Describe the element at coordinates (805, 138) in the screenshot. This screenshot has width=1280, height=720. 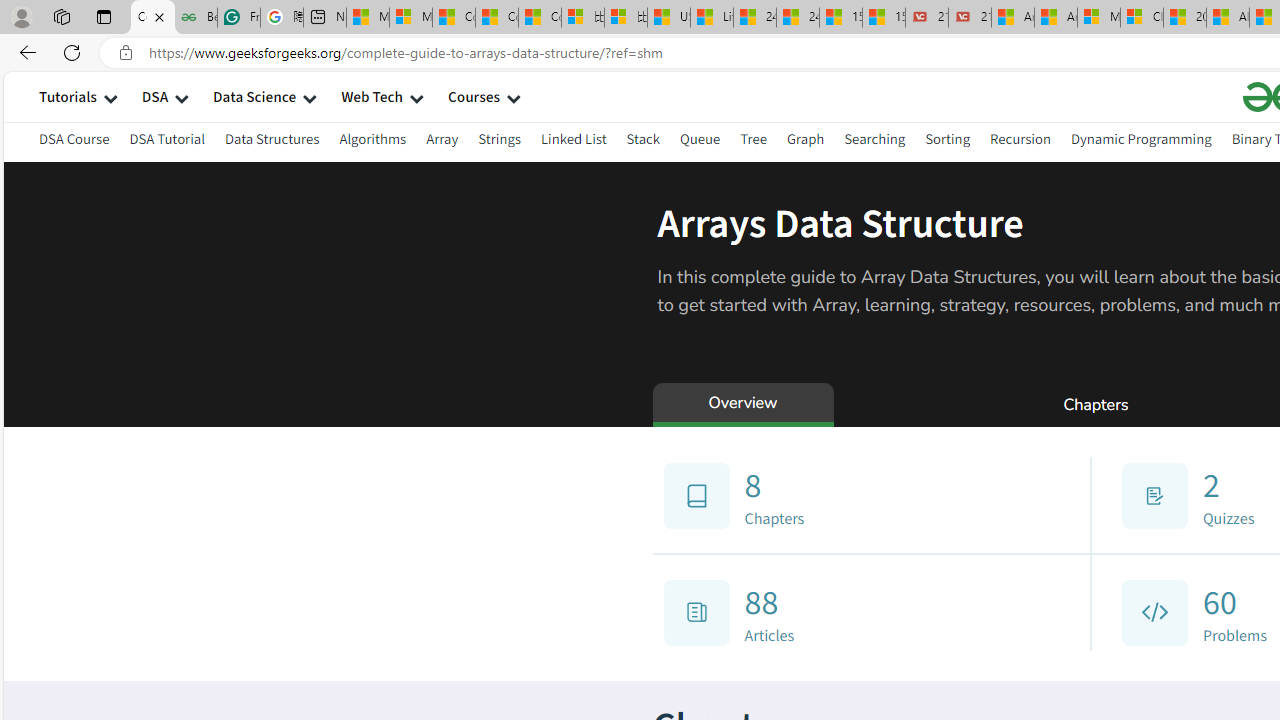
I see `'Graph'` at that location.